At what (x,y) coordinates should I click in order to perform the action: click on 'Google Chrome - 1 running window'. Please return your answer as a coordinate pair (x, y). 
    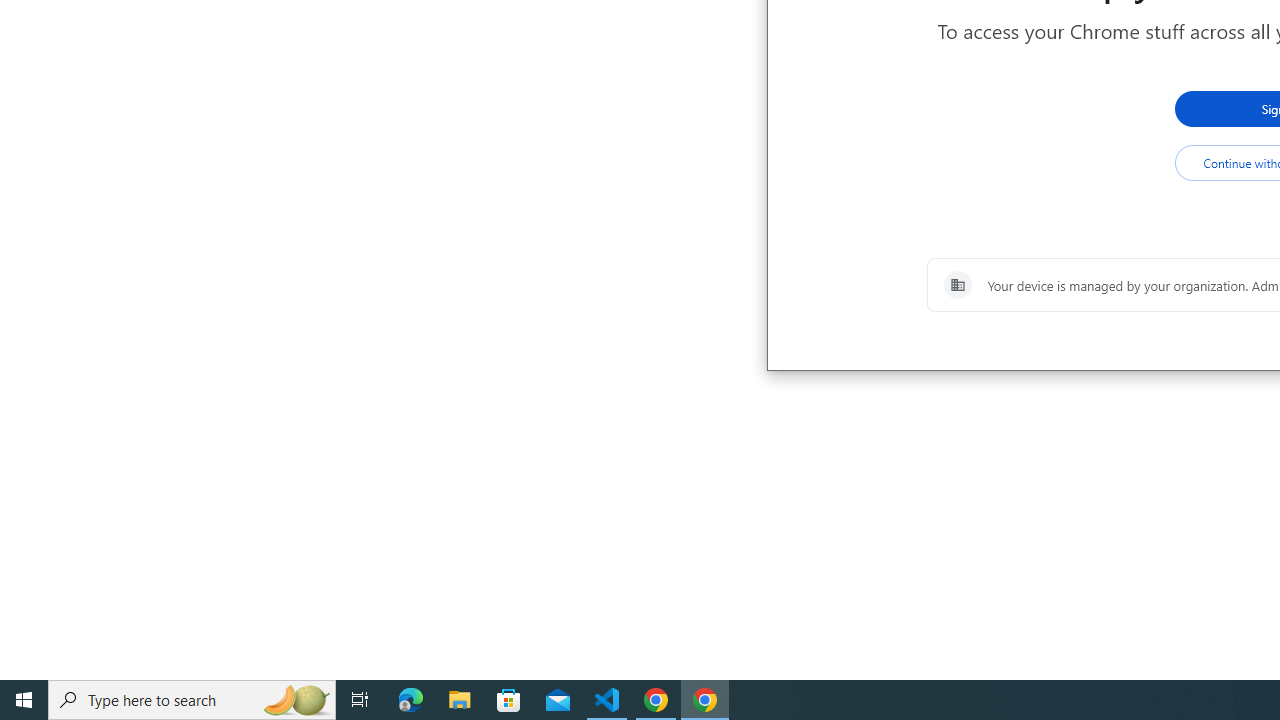
    Looking at the image, I should click on (705, 698).